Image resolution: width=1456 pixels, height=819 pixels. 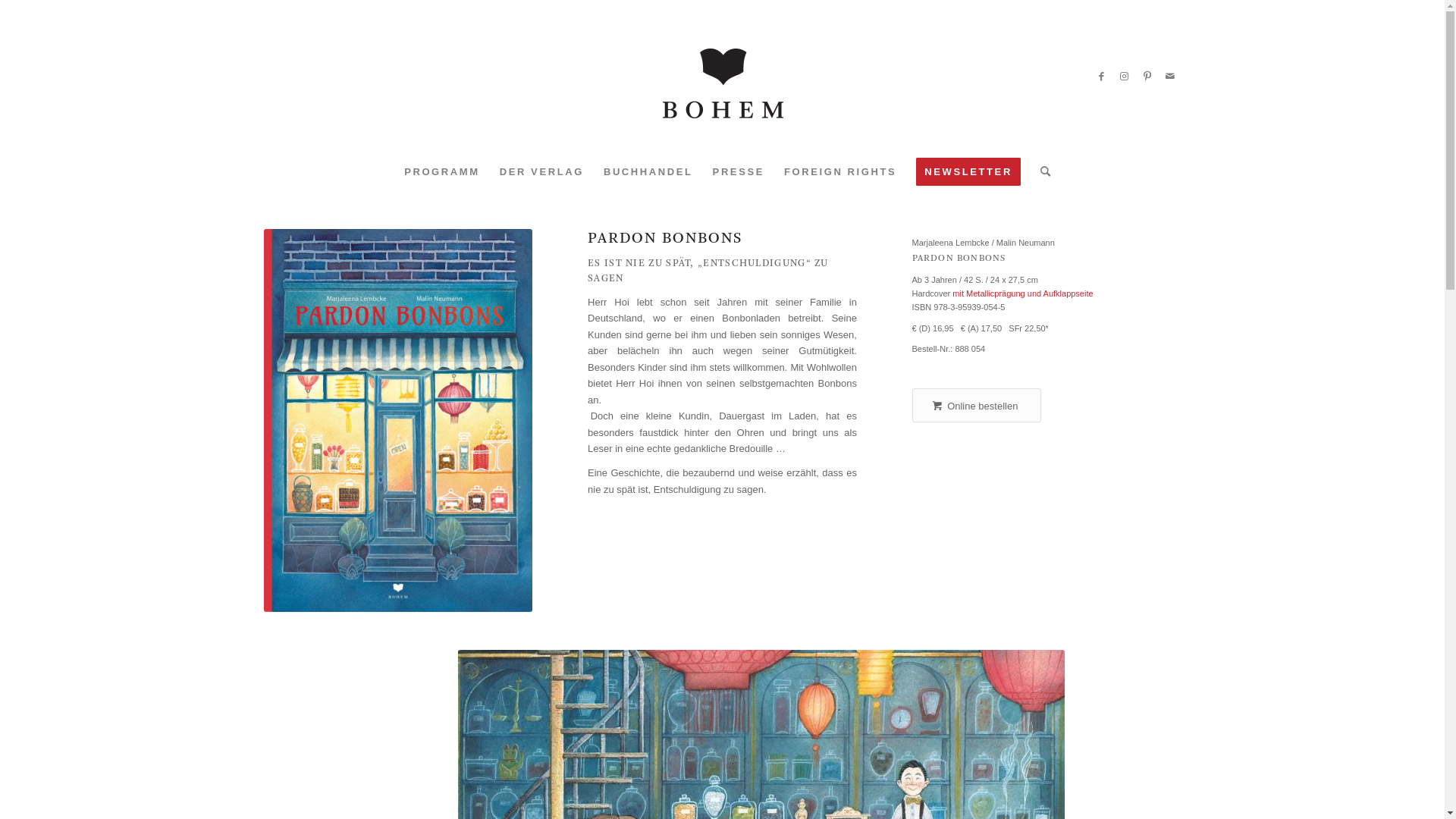 I want to click on 'FOREIGN RIGHTS', so click(x=839, y=171).